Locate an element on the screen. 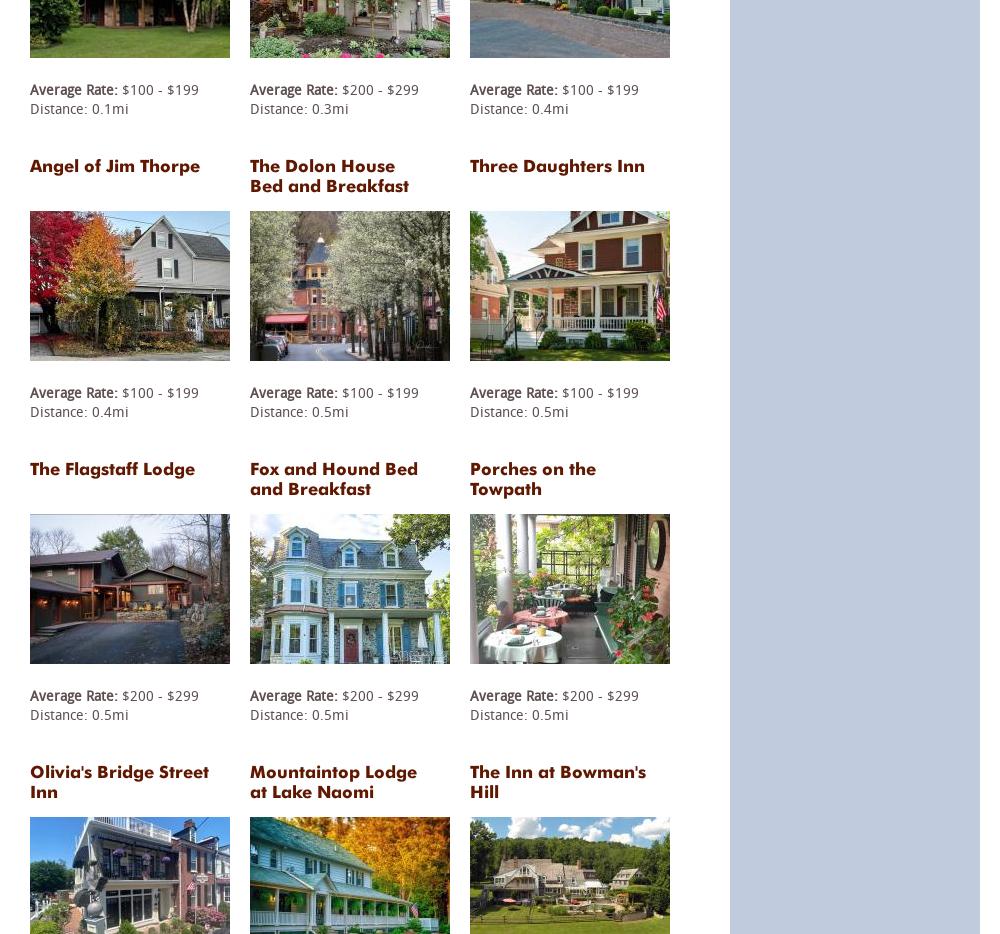 The height and width of the screenshot is (934, 1000). 'Porches on the Towpath' is located at coordinates (533, 477).